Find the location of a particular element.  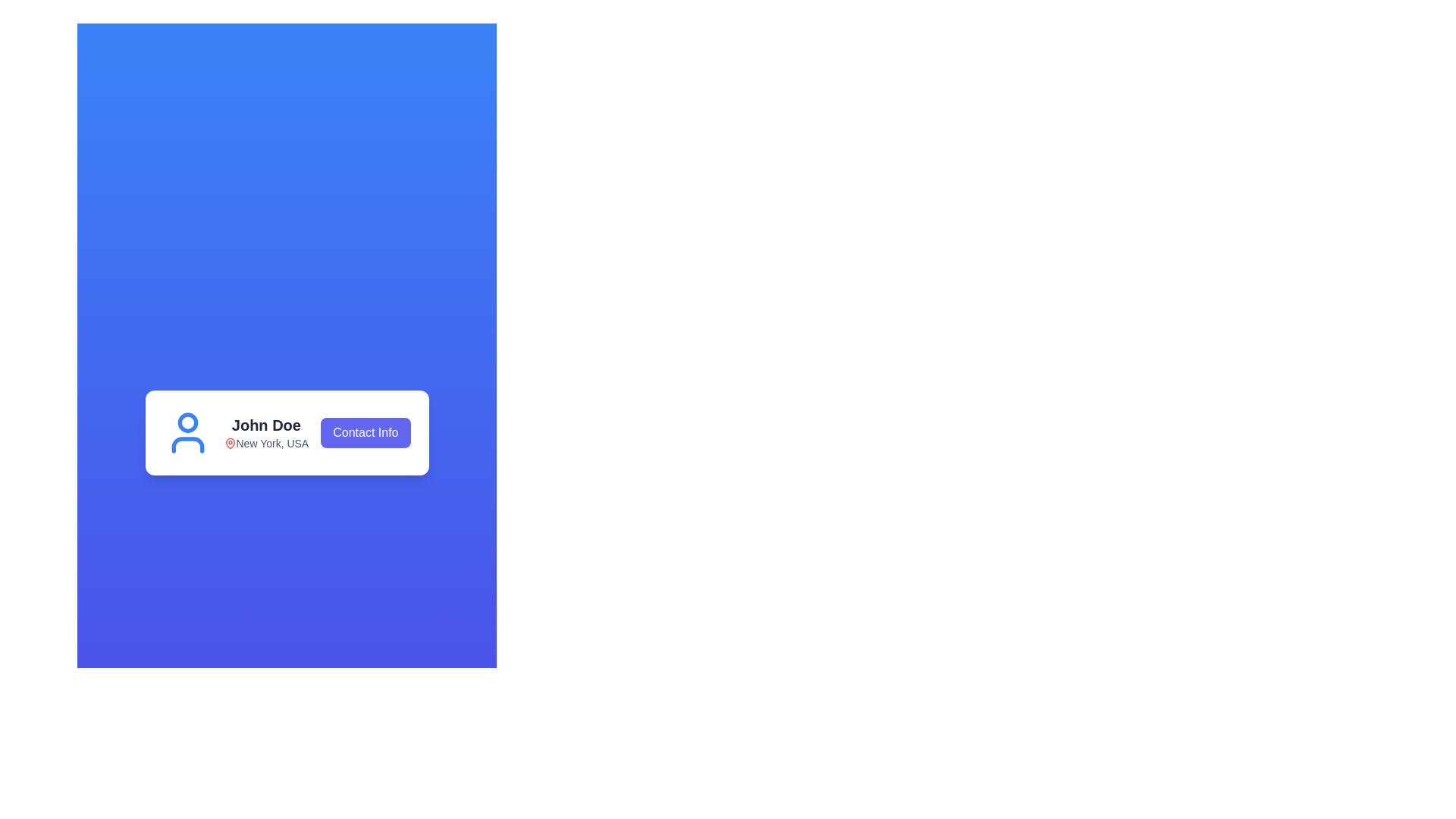

the Text display that shows the username 'John Doe' and location 'New York, USA', which is centrally located in the layout, positioned between the user icon and the 'Contact Info' button is located at coordinates (266, 432).